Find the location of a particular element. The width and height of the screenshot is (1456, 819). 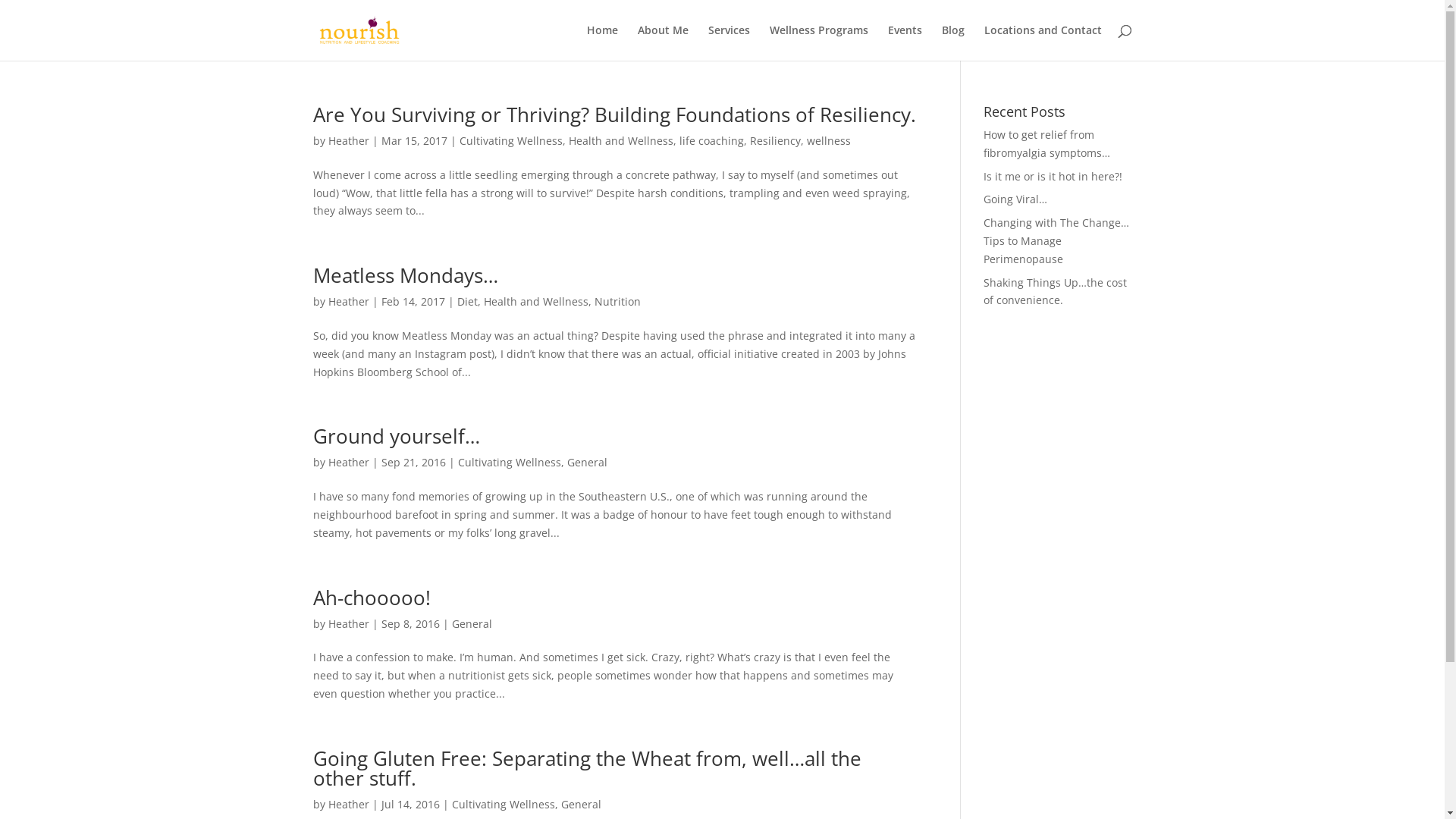

'Nutrition' is located at coordinates (617, 301).